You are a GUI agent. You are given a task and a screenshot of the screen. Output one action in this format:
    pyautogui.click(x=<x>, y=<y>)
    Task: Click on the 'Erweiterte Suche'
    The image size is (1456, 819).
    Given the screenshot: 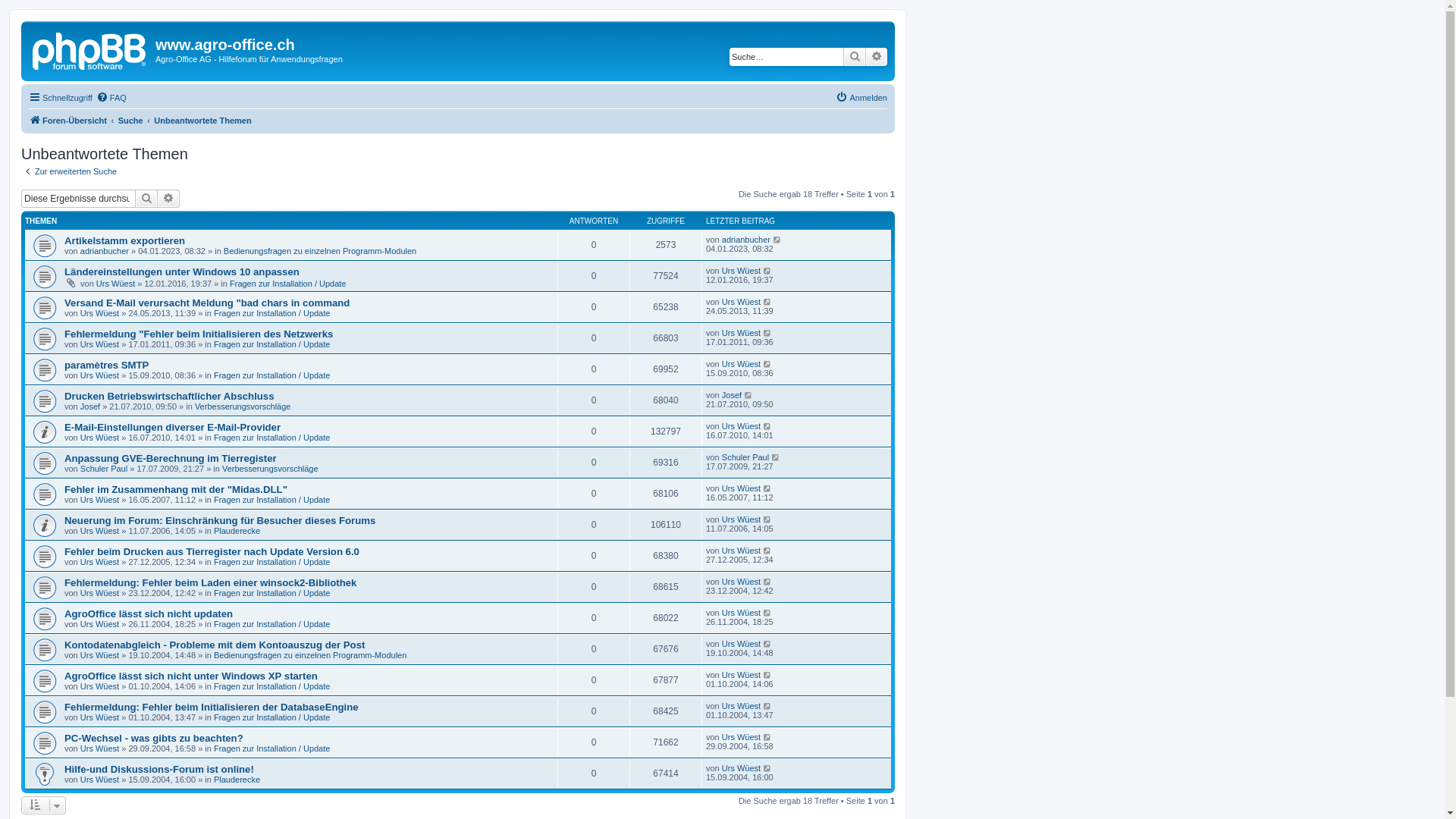 What is the action you would take?
    pyautogui.click(x=168, y=198)
    